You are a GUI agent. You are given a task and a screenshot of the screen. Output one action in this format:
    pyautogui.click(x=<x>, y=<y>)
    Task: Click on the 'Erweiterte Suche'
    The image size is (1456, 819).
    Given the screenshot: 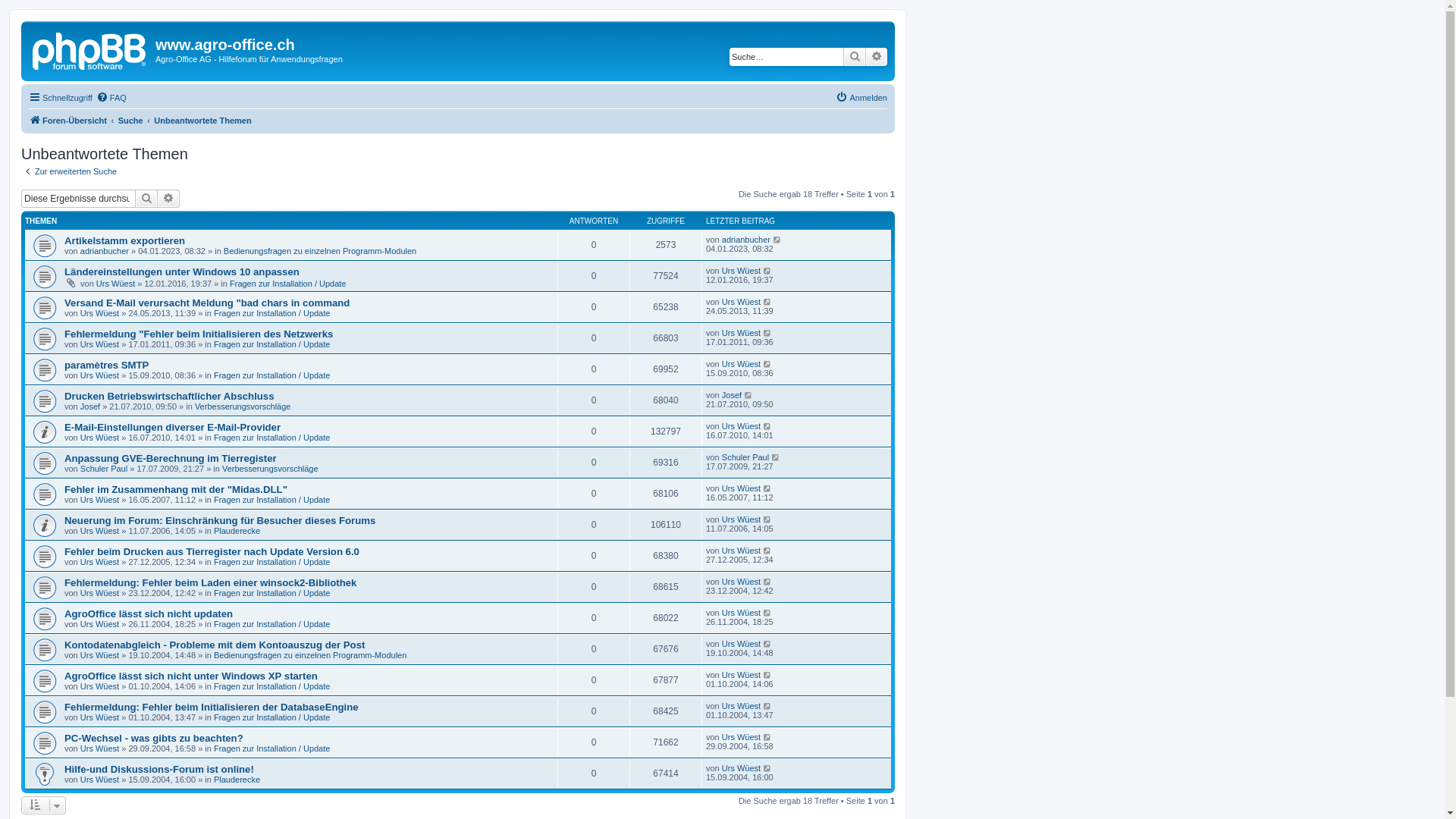 What is the action you would take?
    pyautogui.click(x=168, y=198)
    